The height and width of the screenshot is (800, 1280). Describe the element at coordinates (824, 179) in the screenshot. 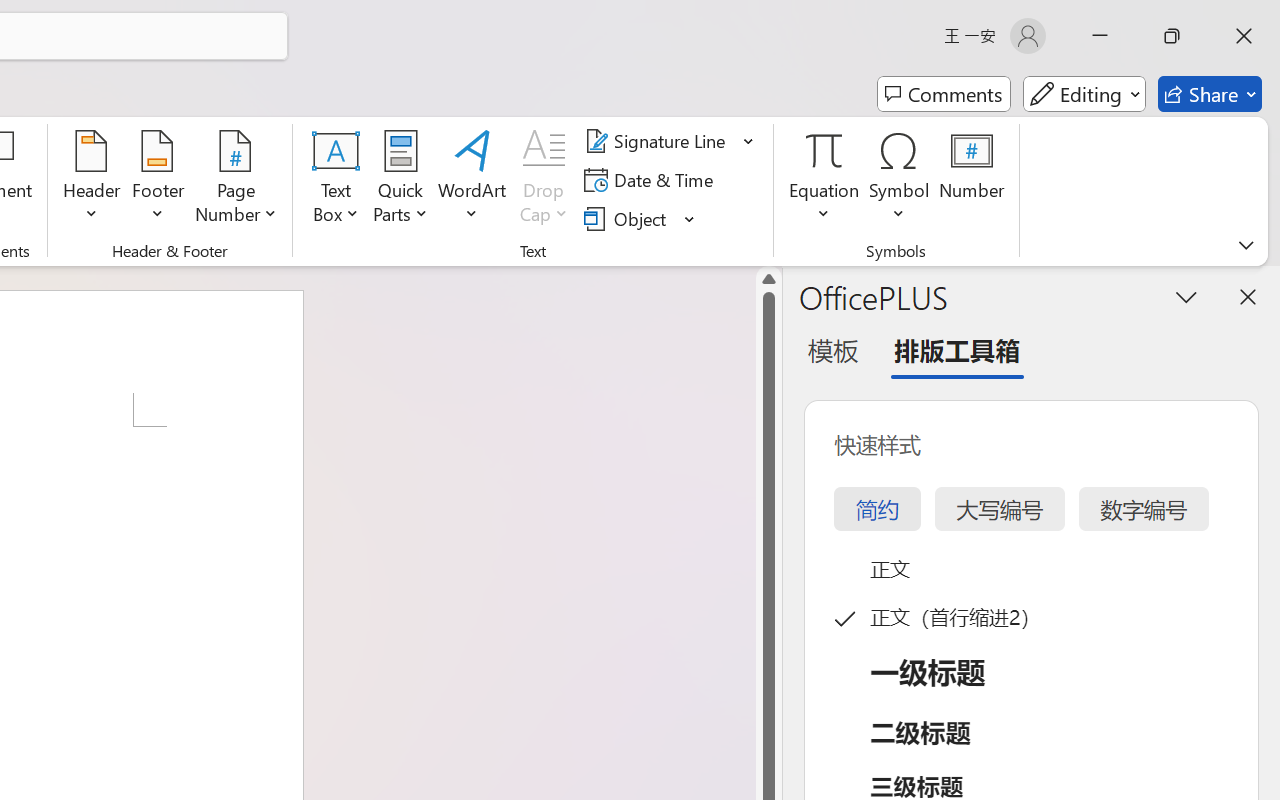

I see `'Equation'` at that location.